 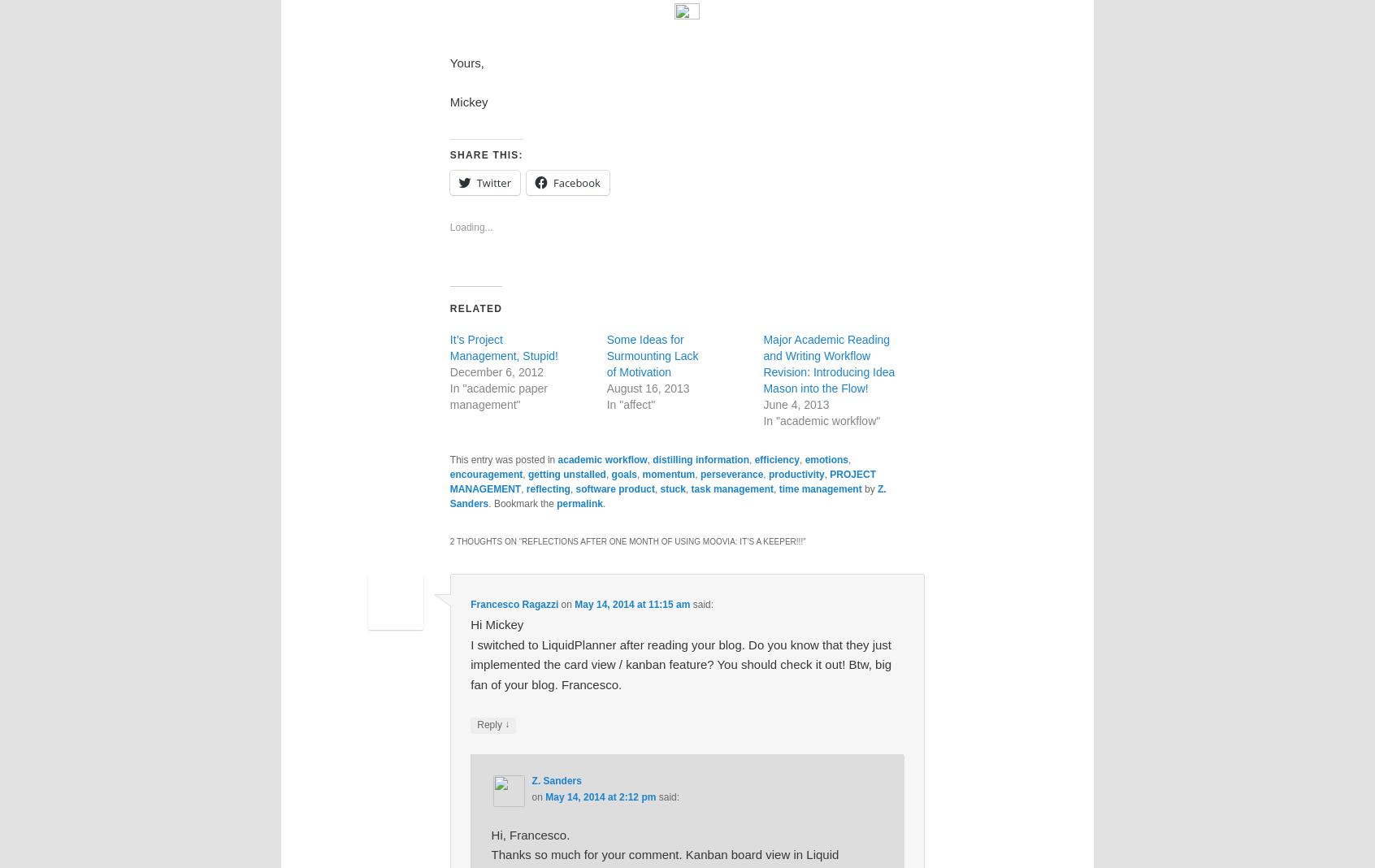 I want to click on 'Related', so click(x=449, y=307).